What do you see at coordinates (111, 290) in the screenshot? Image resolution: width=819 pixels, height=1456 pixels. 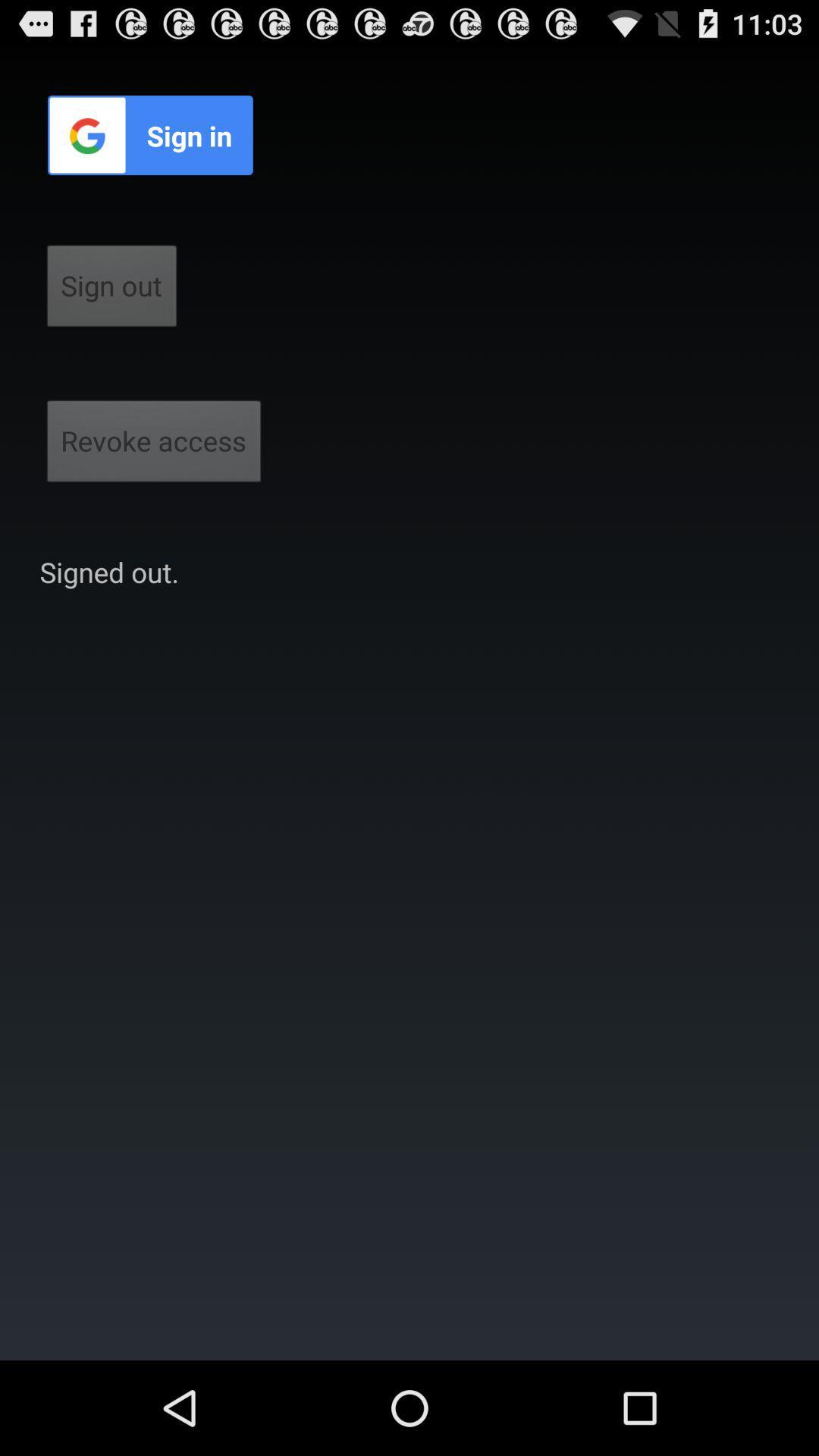 I see `sign out button` at bounding box center [111, 290].